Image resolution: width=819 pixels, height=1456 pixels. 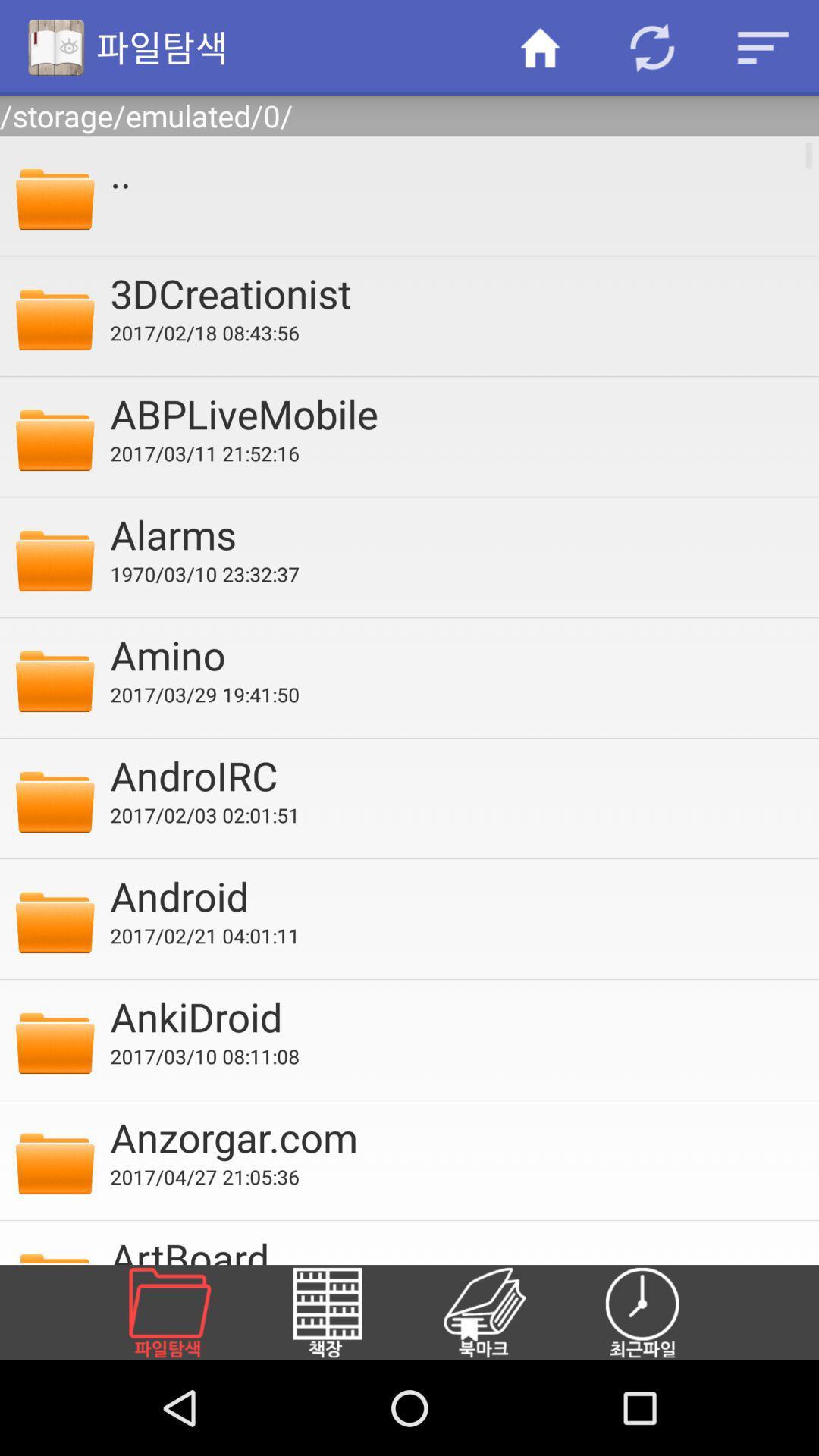 I want to click on the abplivemobile icon, so click(x=453, y=413).